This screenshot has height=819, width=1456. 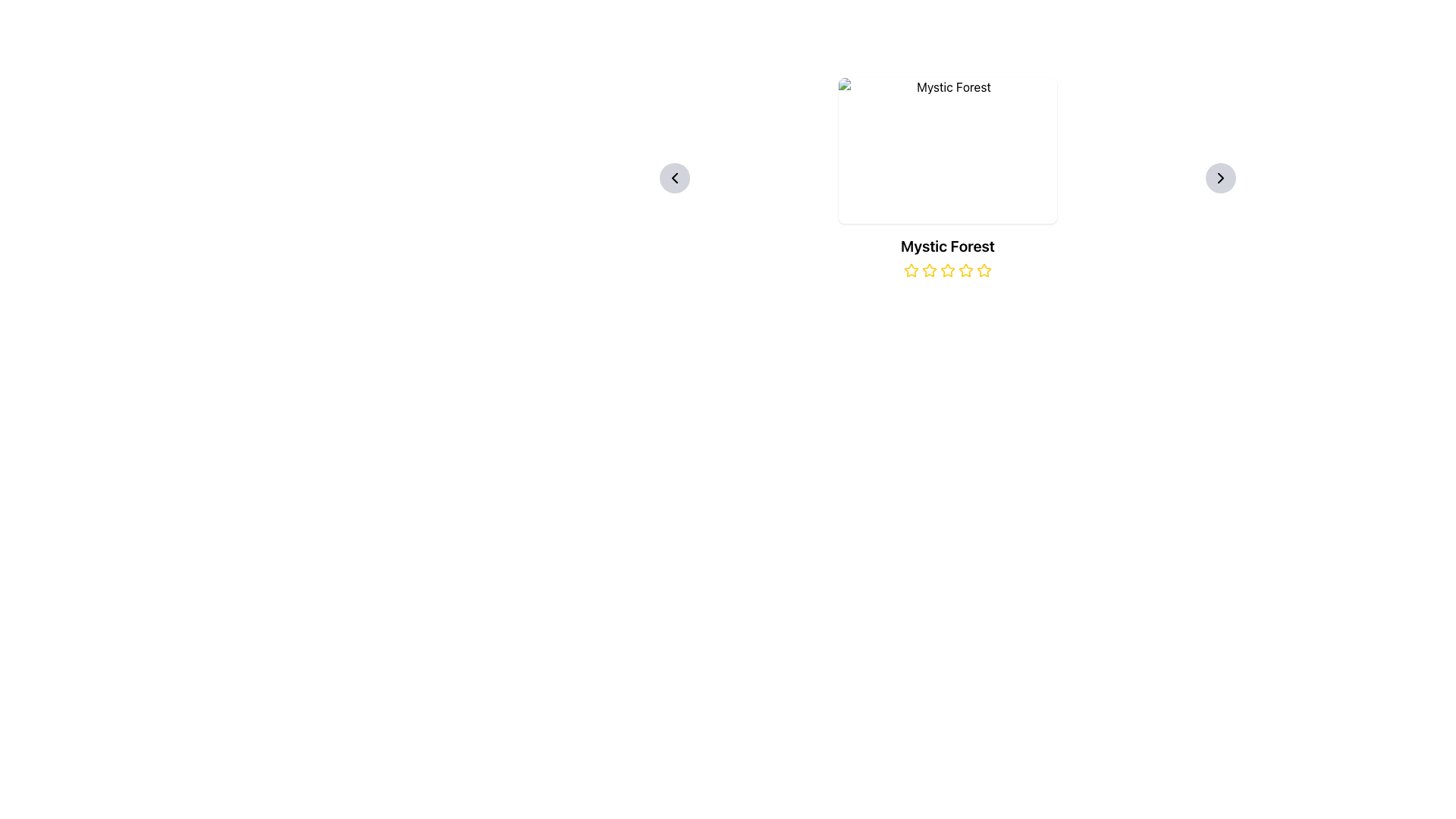 I want to click on the fifth yellow star rating icon located below the title 'Mystic Forest', so click(x=946, y=270).